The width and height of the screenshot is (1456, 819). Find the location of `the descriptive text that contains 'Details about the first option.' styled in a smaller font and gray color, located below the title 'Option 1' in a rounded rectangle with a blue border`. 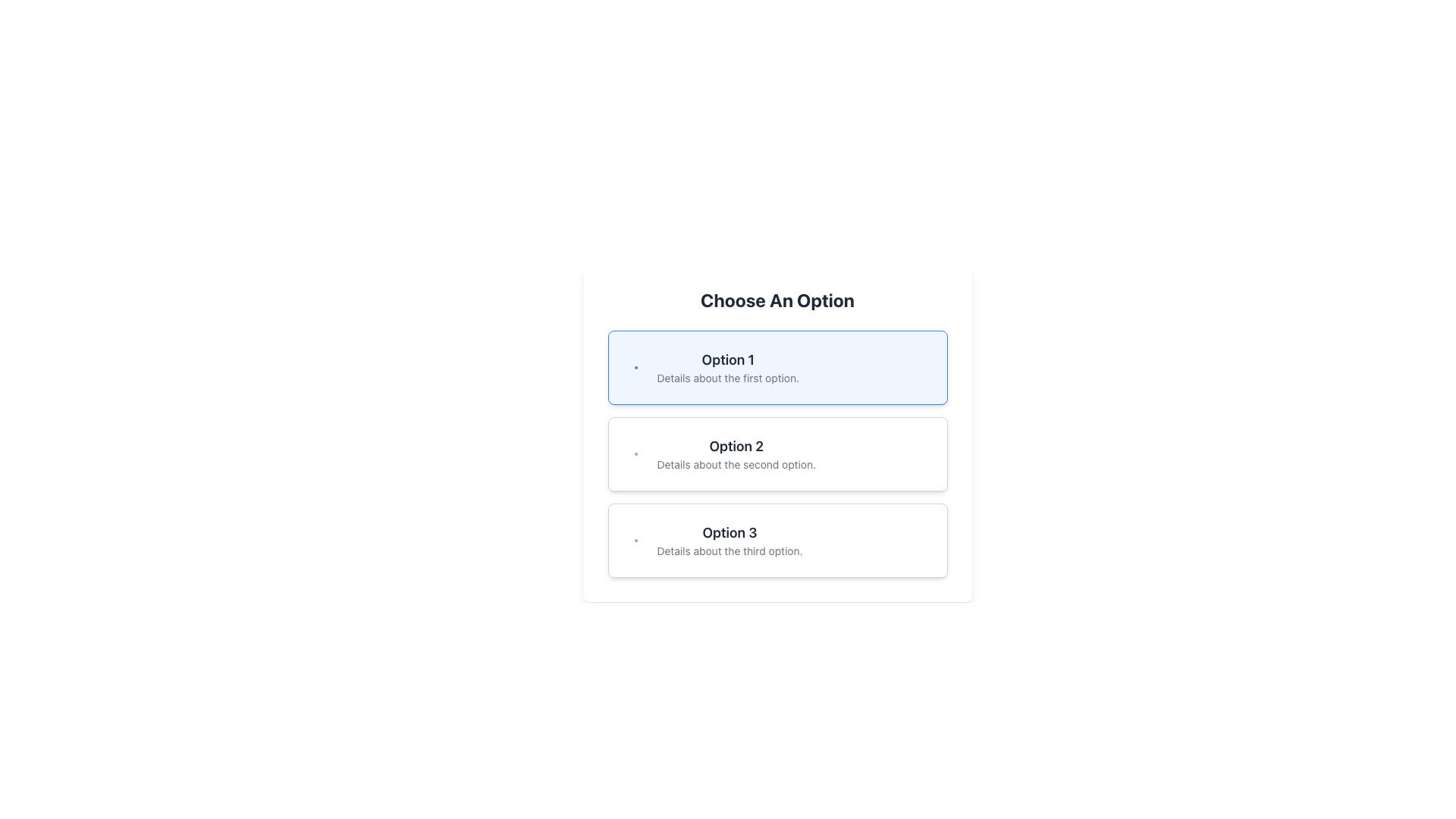

the descriptive text that contains 'Details about the first option.' styled in a smaller font and gray color, located below the title 'Option 1' in a rounded rectangle with a blue border is located at coordinates (728, 377).